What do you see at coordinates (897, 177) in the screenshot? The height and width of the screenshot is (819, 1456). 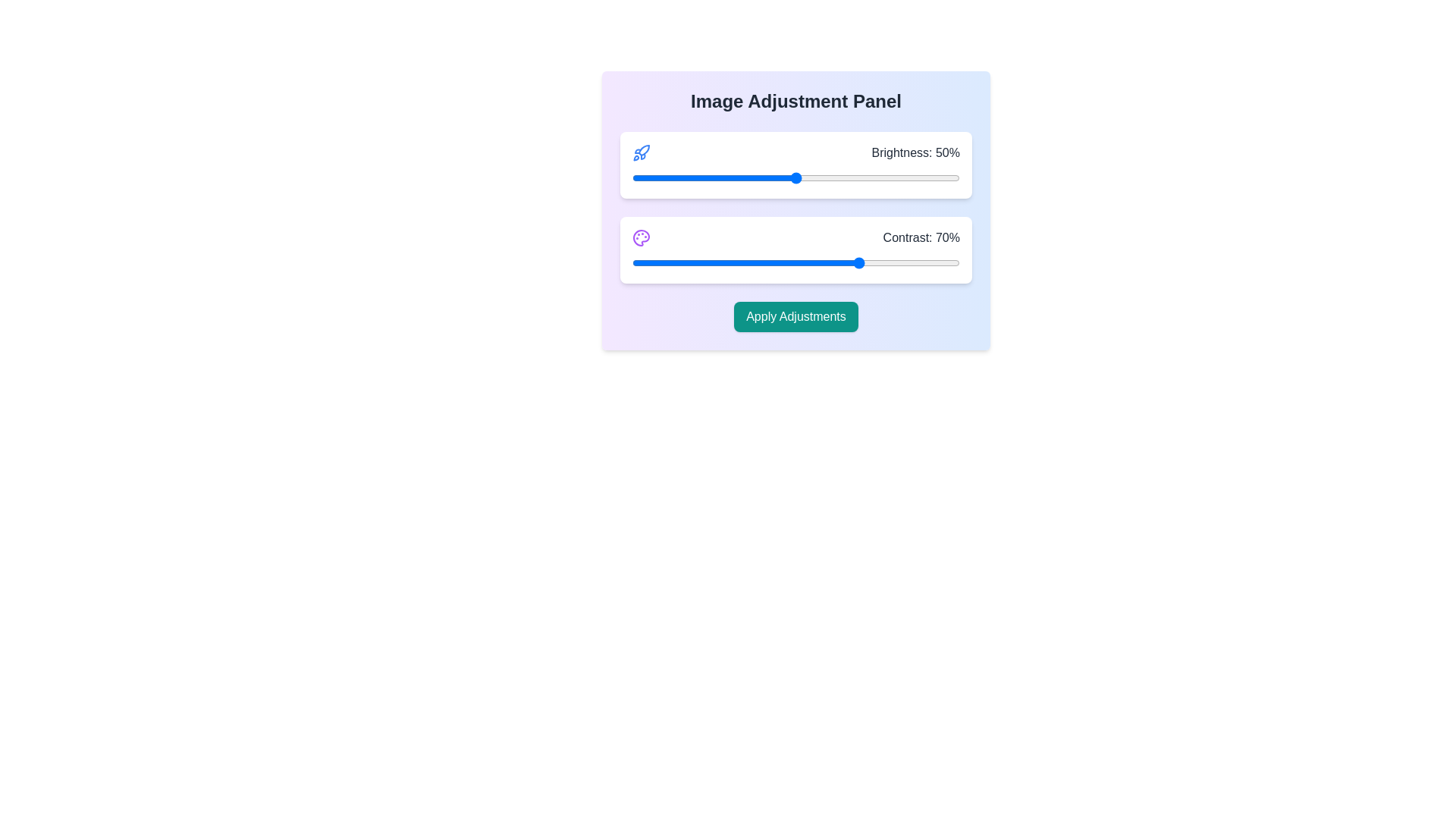 I see `the brightness slider to 81%` at bounding box center [897, 177].